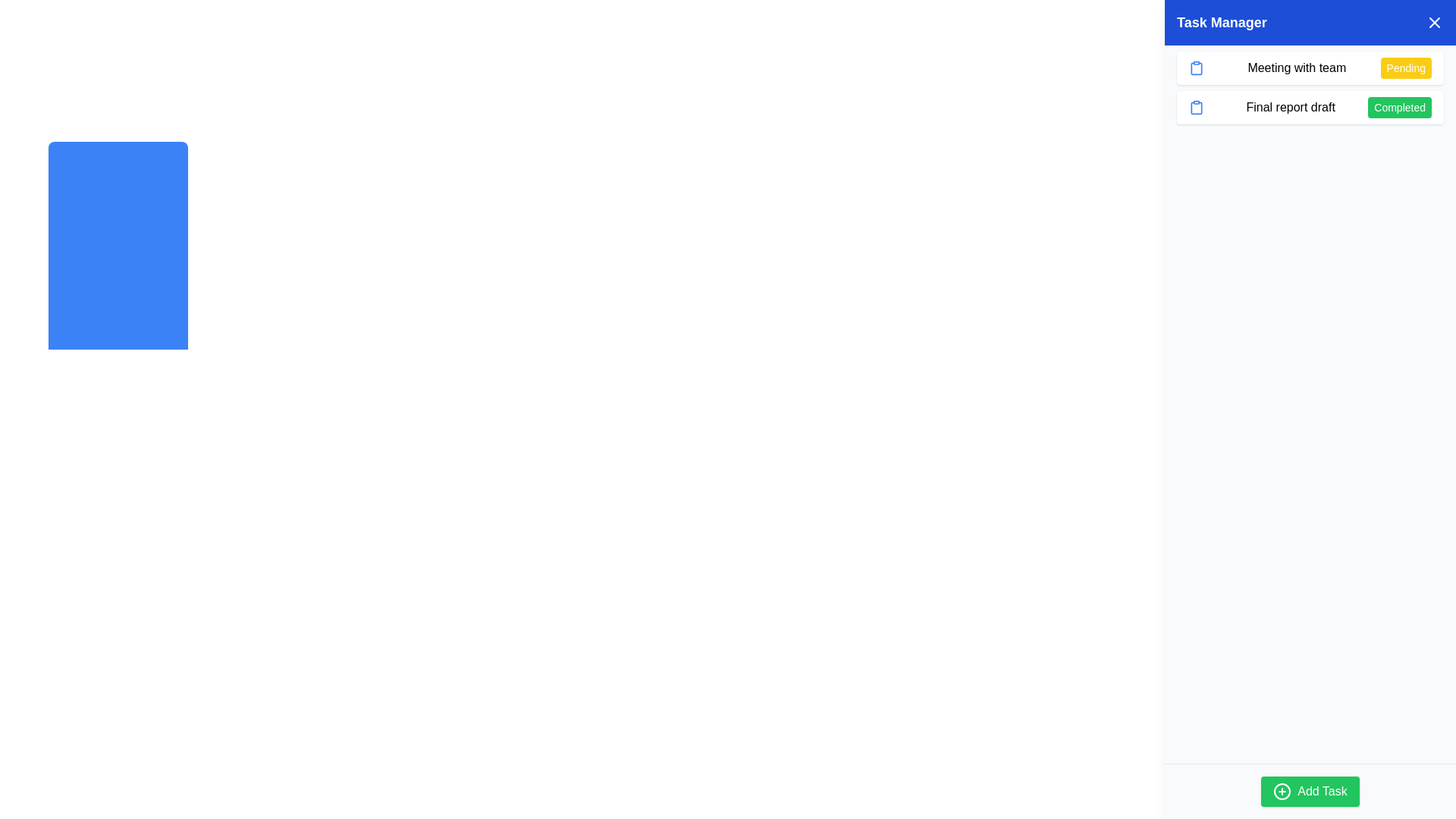 Image resolution: width=1456 pixels, height=819 pixels. Describe the element at coordinates (1310, 67) in the screenshot. I see `the task entry button labeled 'Meeting with team' in the 'Task Manager' section` at that location.